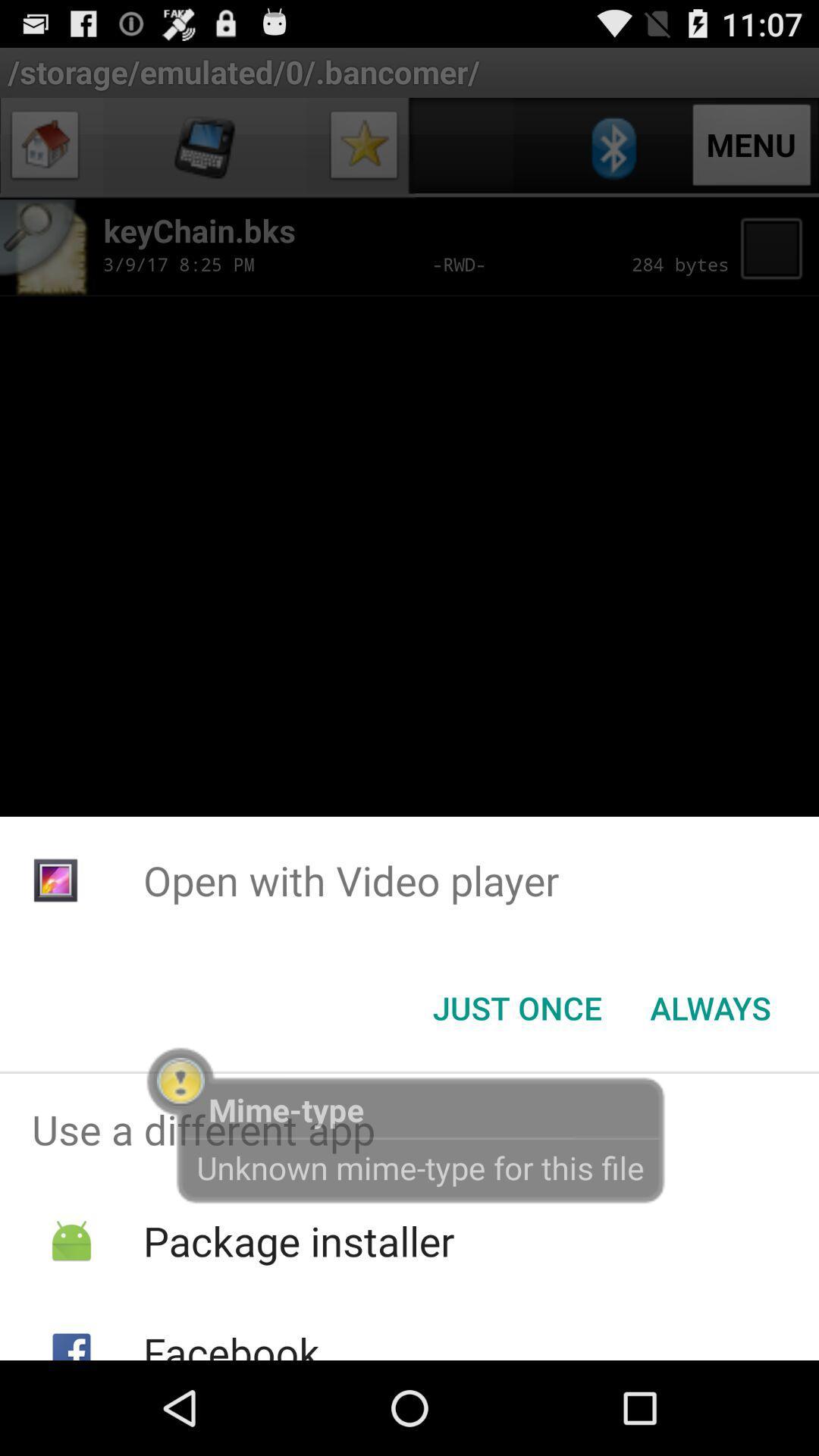 Image resolution: width=819 pixels, height=1456 pixels. Describe the element at coordinates (711, 1008) in the screenshot. I see `the item to the right of the just once icon` at that location.